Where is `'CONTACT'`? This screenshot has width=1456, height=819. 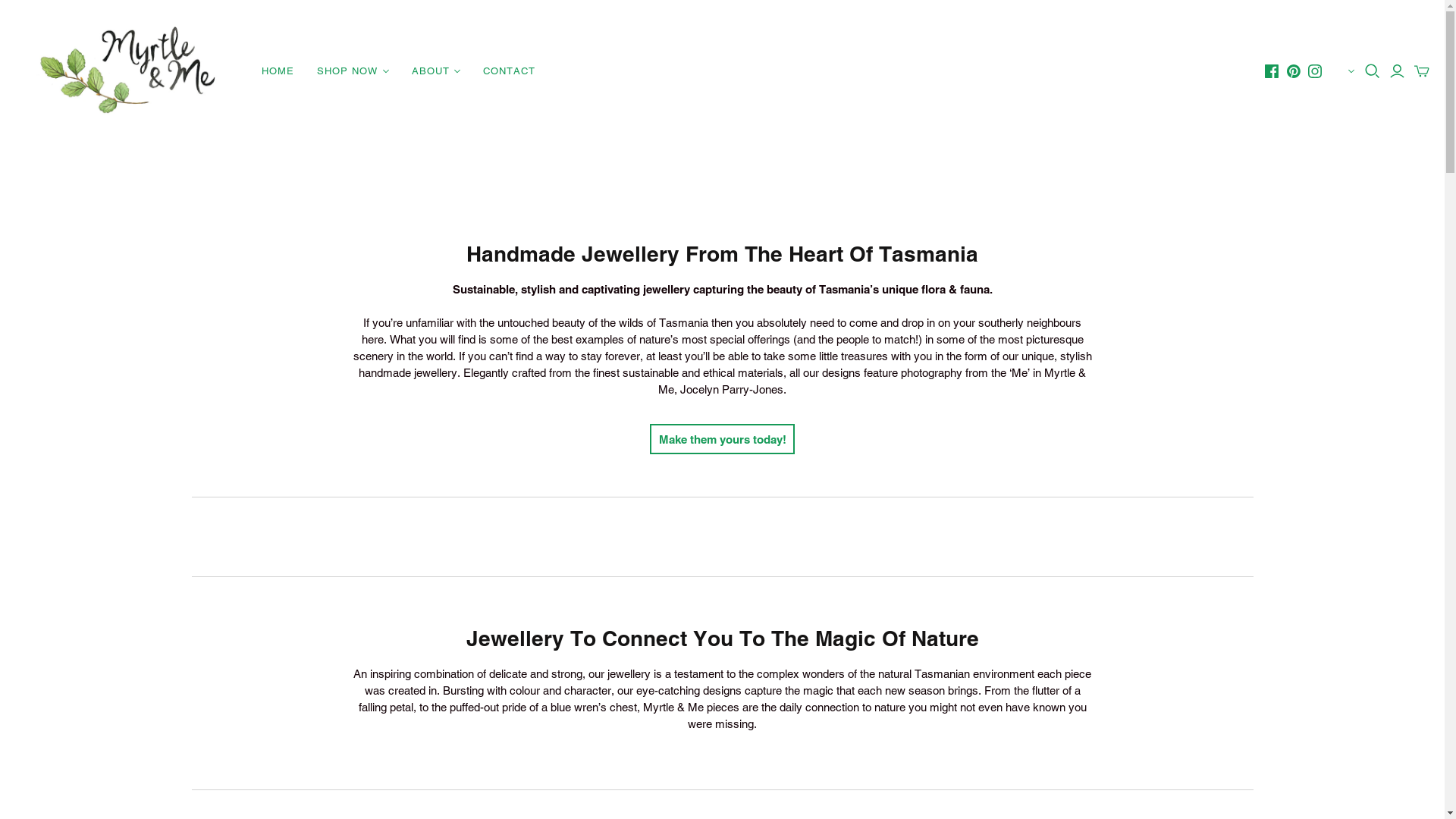 'CONTACT' is located at coordinates (509, 71).